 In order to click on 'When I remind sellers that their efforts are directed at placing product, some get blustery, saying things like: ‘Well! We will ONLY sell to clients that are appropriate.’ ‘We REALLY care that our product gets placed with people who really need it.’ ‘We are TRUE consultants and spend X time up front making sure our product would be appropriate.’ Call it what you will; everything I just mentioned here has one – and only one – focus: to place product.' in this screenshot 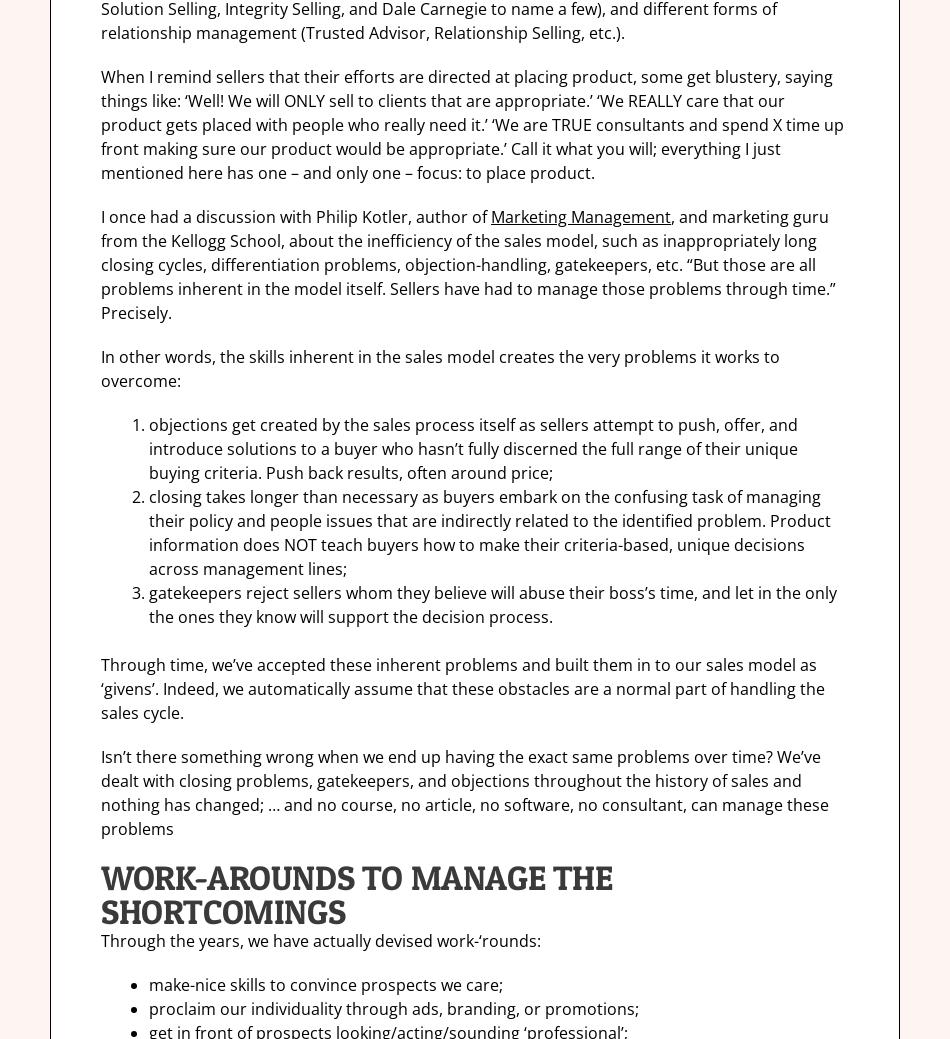, I will do `click(471, 123)`.